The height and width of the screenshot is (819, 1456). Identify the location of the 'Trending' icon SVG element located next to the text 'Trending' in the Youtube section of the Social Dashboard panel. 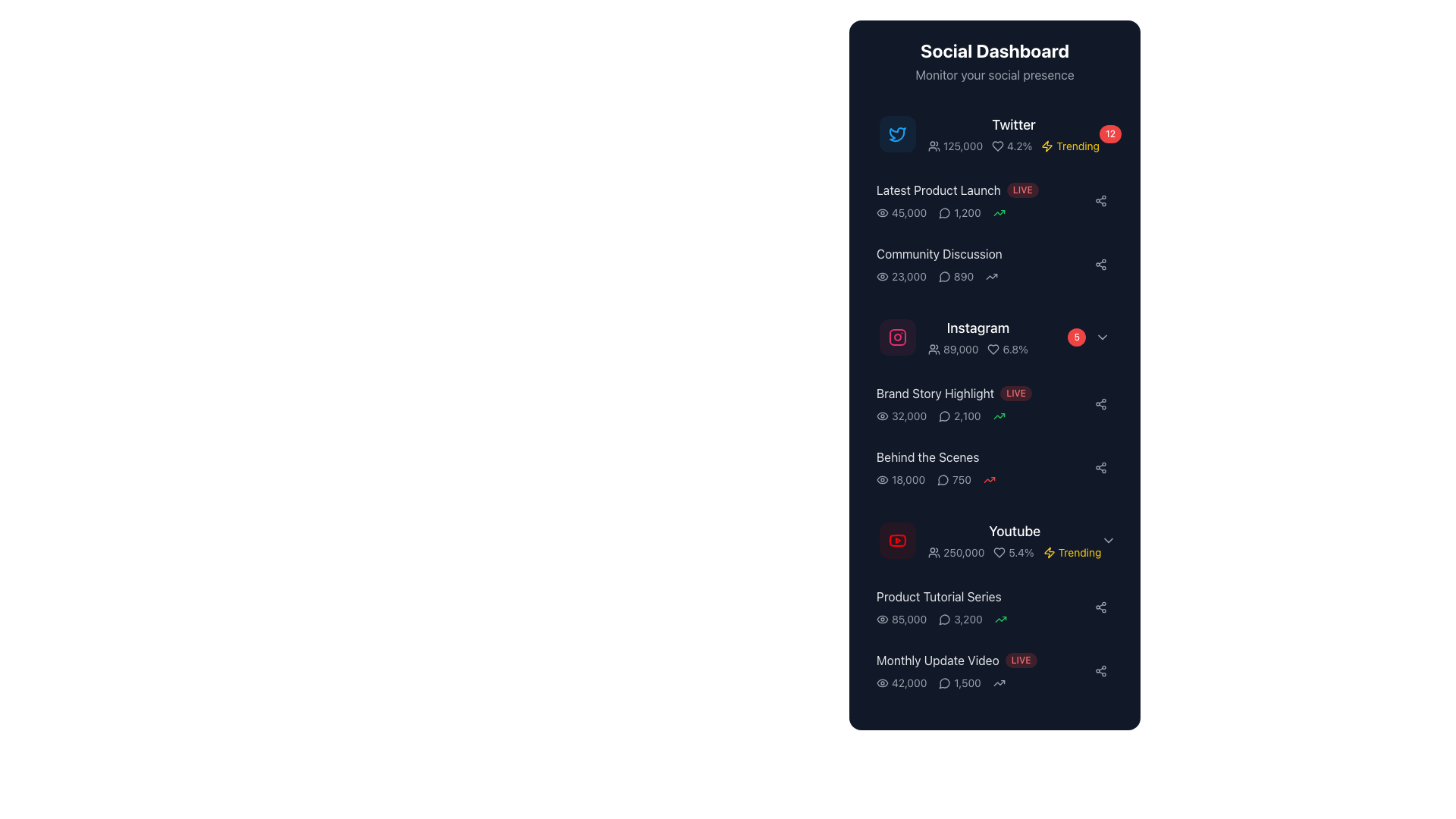
(1048, 553).